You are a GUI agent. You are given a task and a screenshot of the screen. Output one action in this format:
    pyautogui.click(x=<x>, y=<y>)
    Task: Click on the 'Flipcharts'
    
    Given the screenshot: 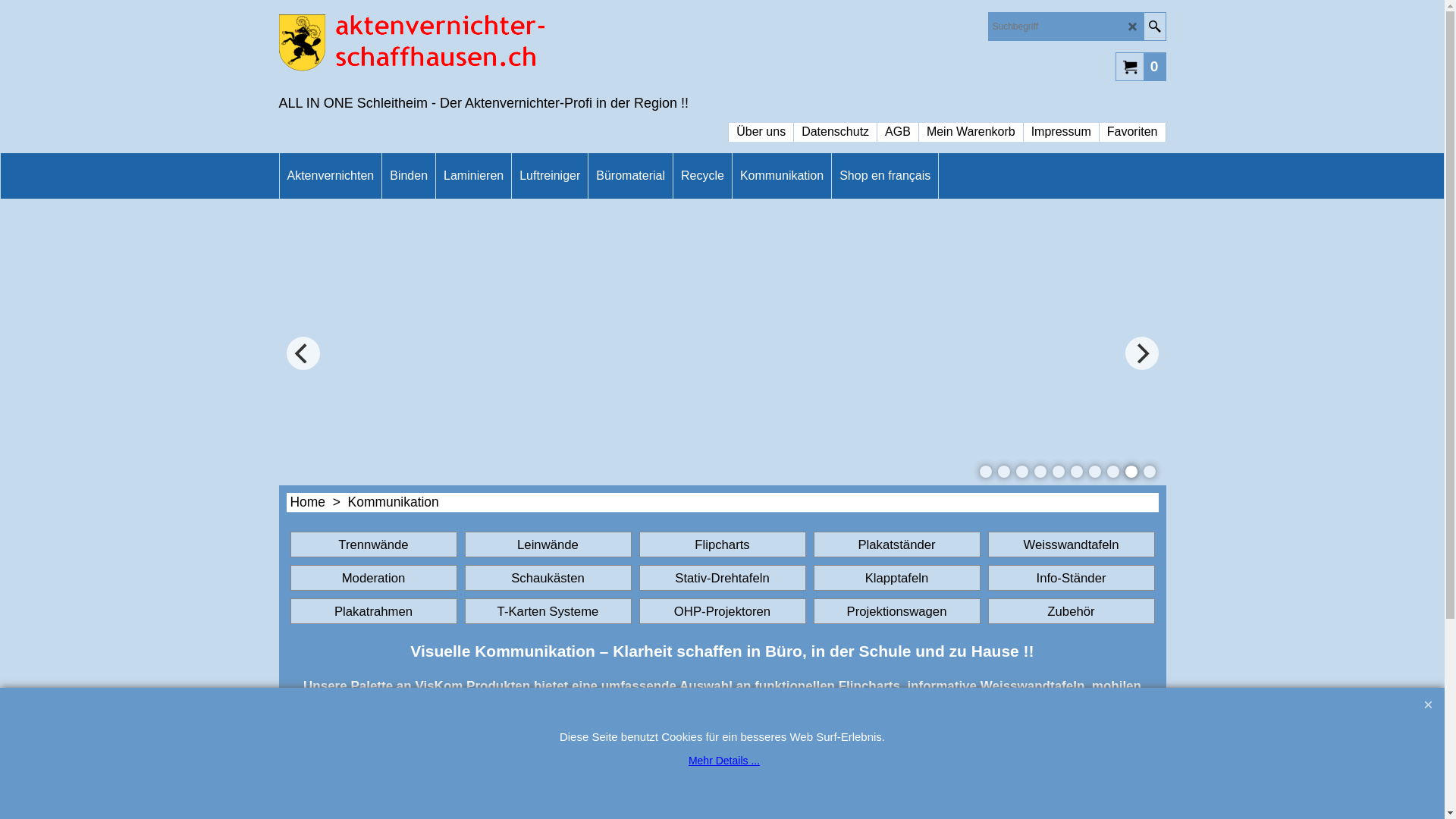 What is the action you would take?
    pyautogui.click(x=720, y=543)
    